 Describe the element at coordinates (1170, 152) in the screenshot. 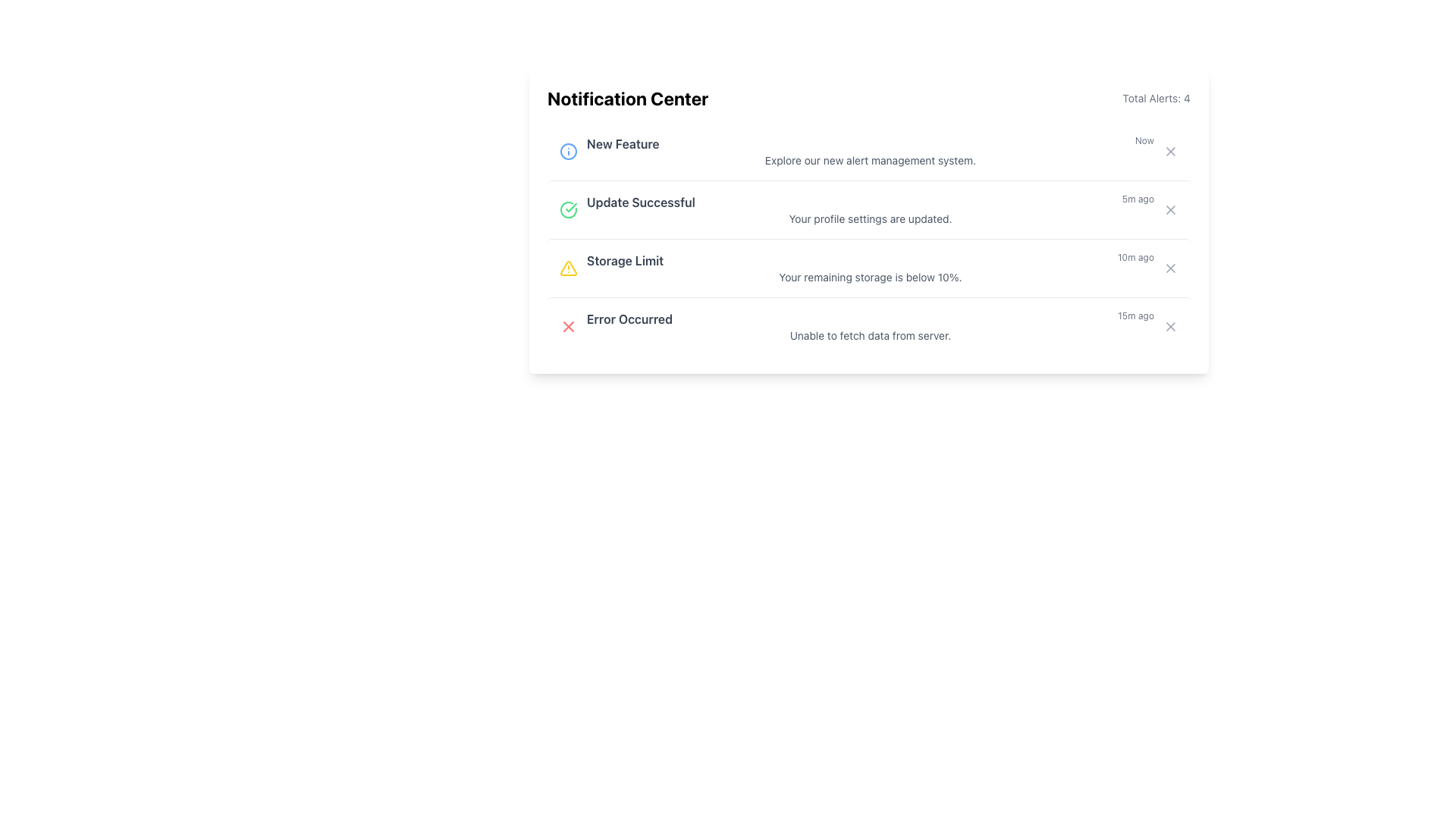

I see `the diagonal cross ('X') icon in the top-right corner of the alert notification interface, adjacent to the label 'Now'` at that location.